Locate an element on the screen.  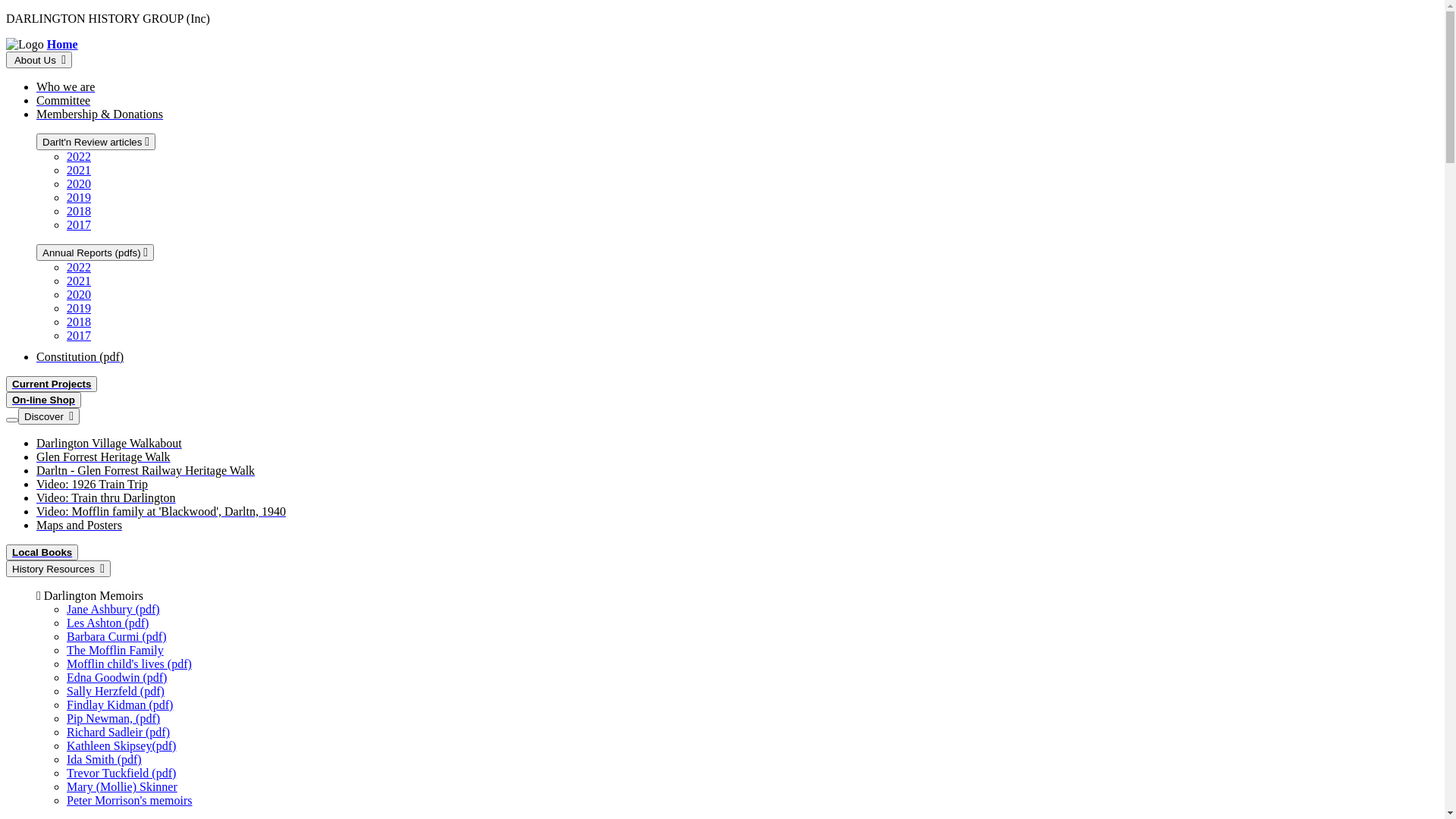
'2021' is located at coordinates (78, 170).